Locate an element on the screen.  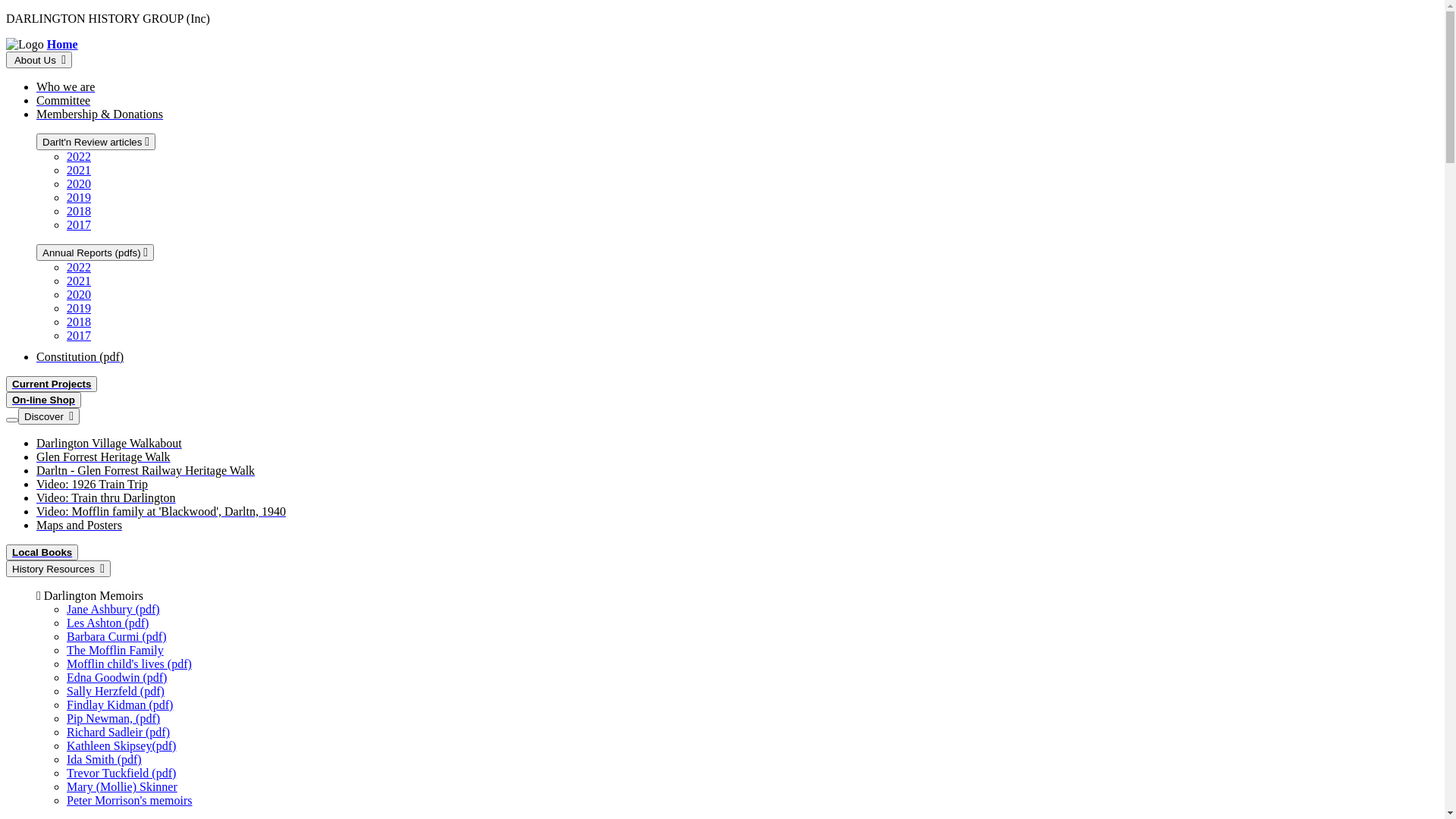
'2021' is located at coordinates (78, 170).